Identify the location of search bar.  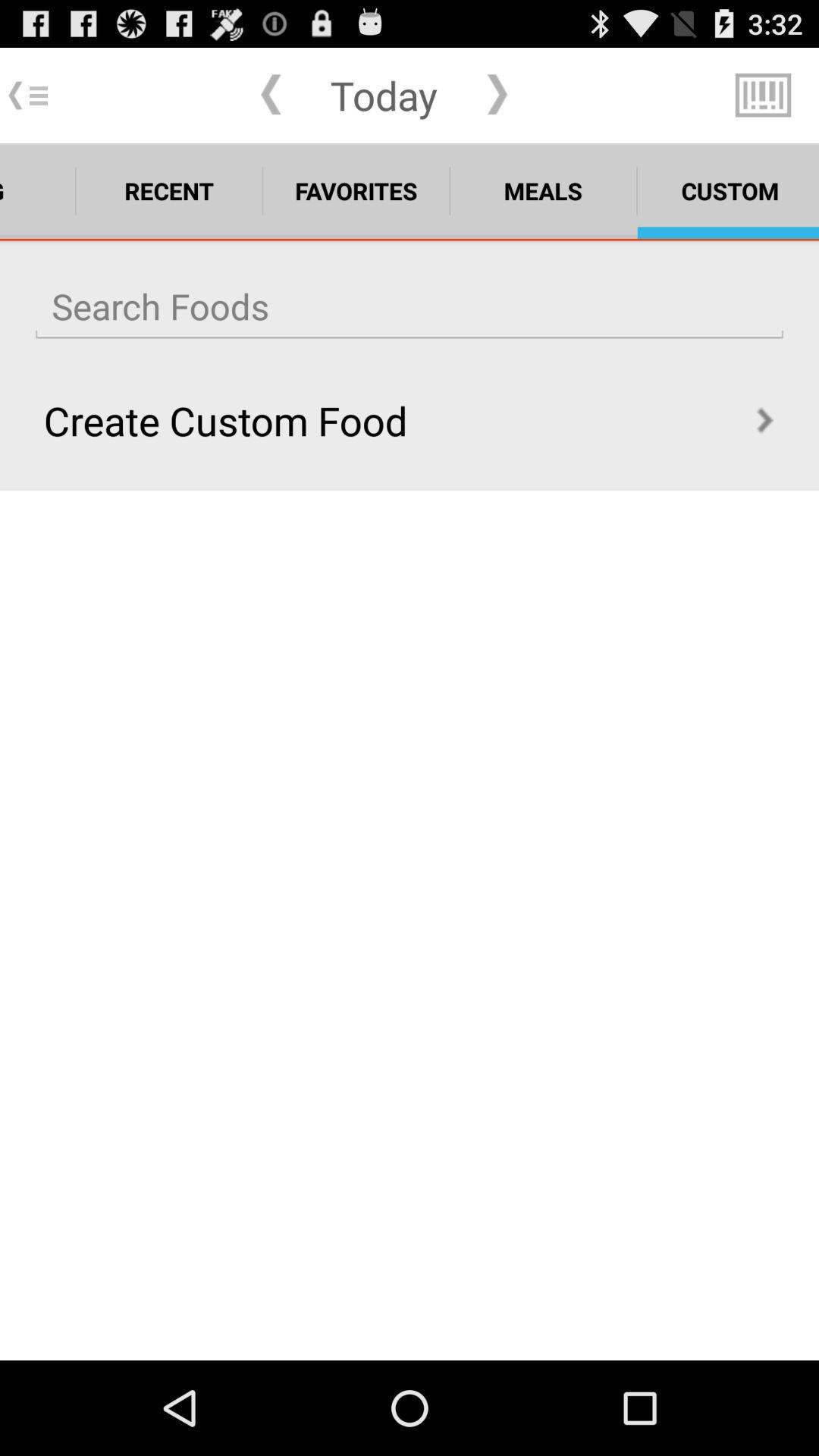
(409, 306).